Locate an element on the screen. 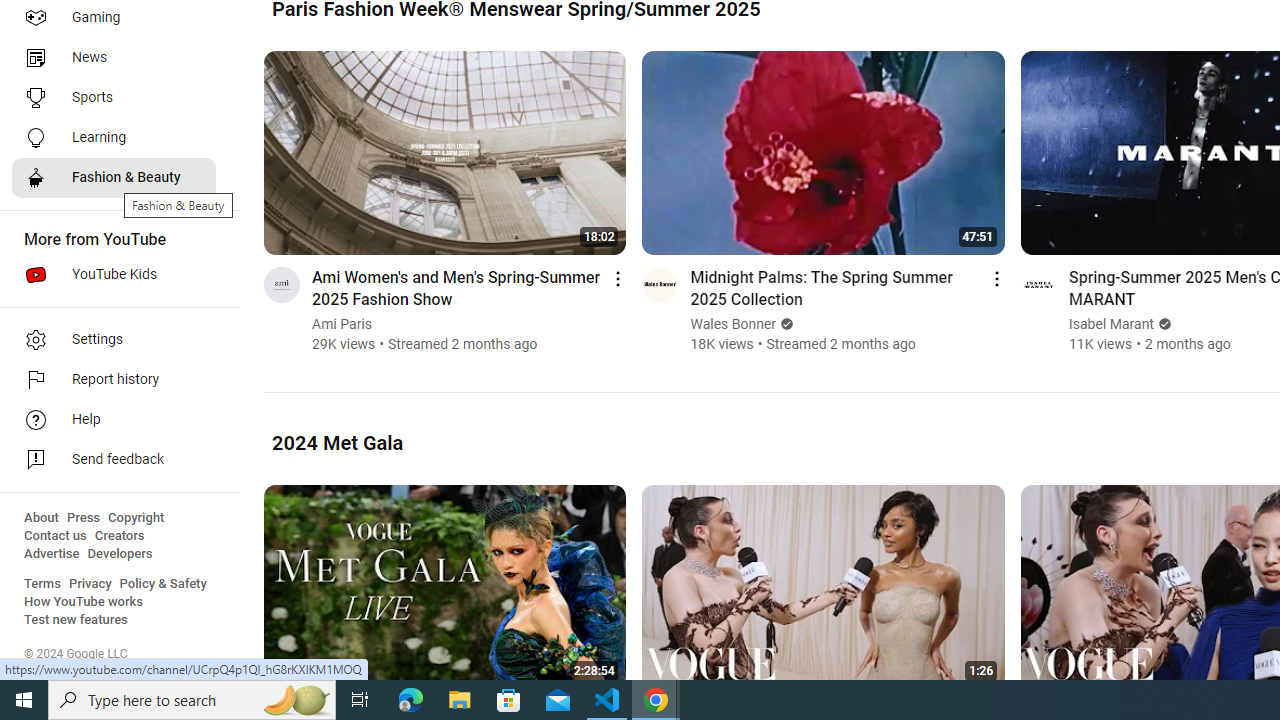  'Privacy' is located at coordinates (89, 584).